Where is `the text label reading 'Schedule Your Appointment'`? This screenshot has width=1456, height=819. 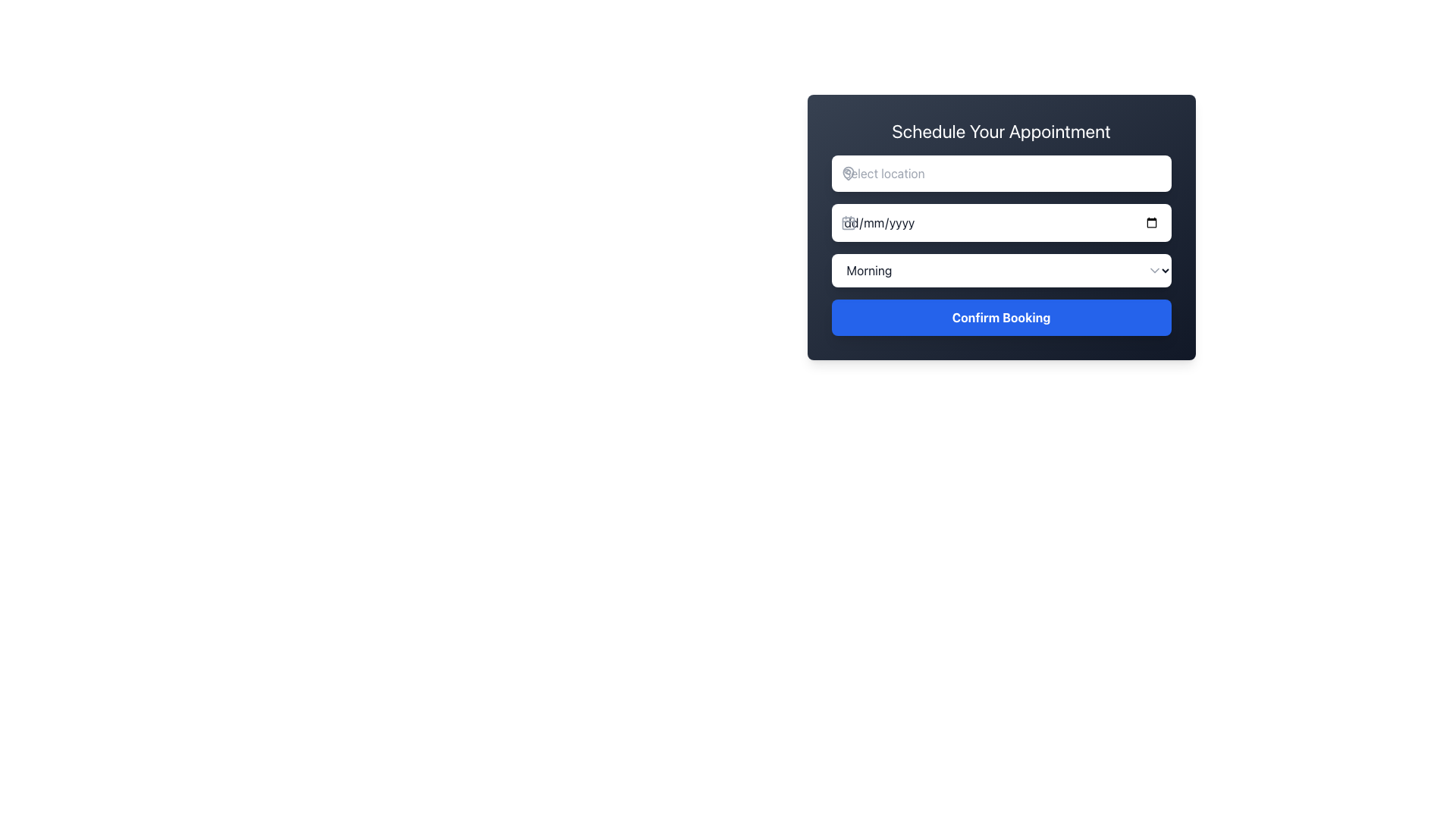
the text label reading 'Schedule Your Appointment' is located at coordinates (1001, 130).